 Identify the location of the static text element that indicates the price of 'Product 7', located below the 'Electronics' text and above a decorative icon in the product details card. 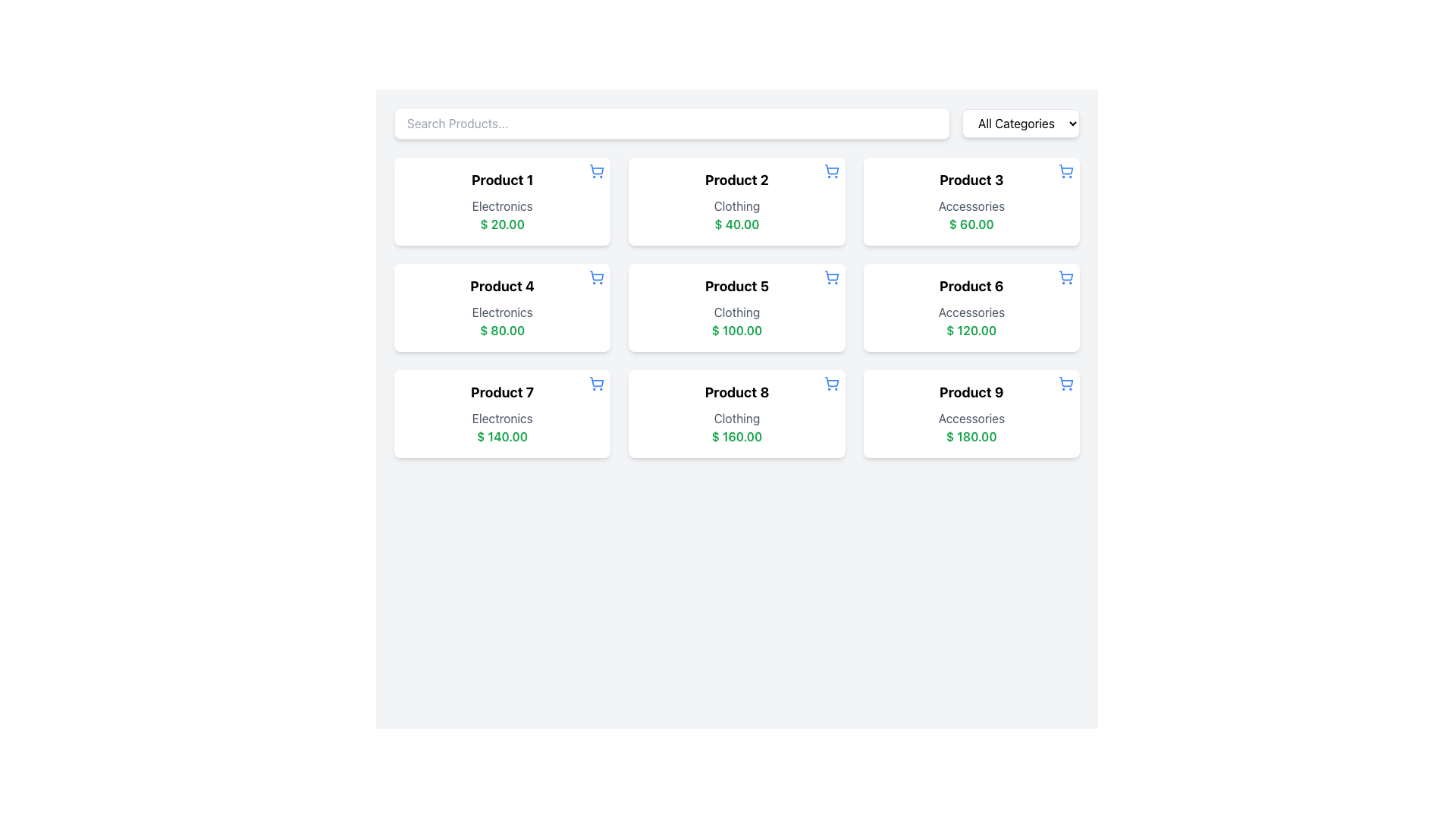
(502, 436).